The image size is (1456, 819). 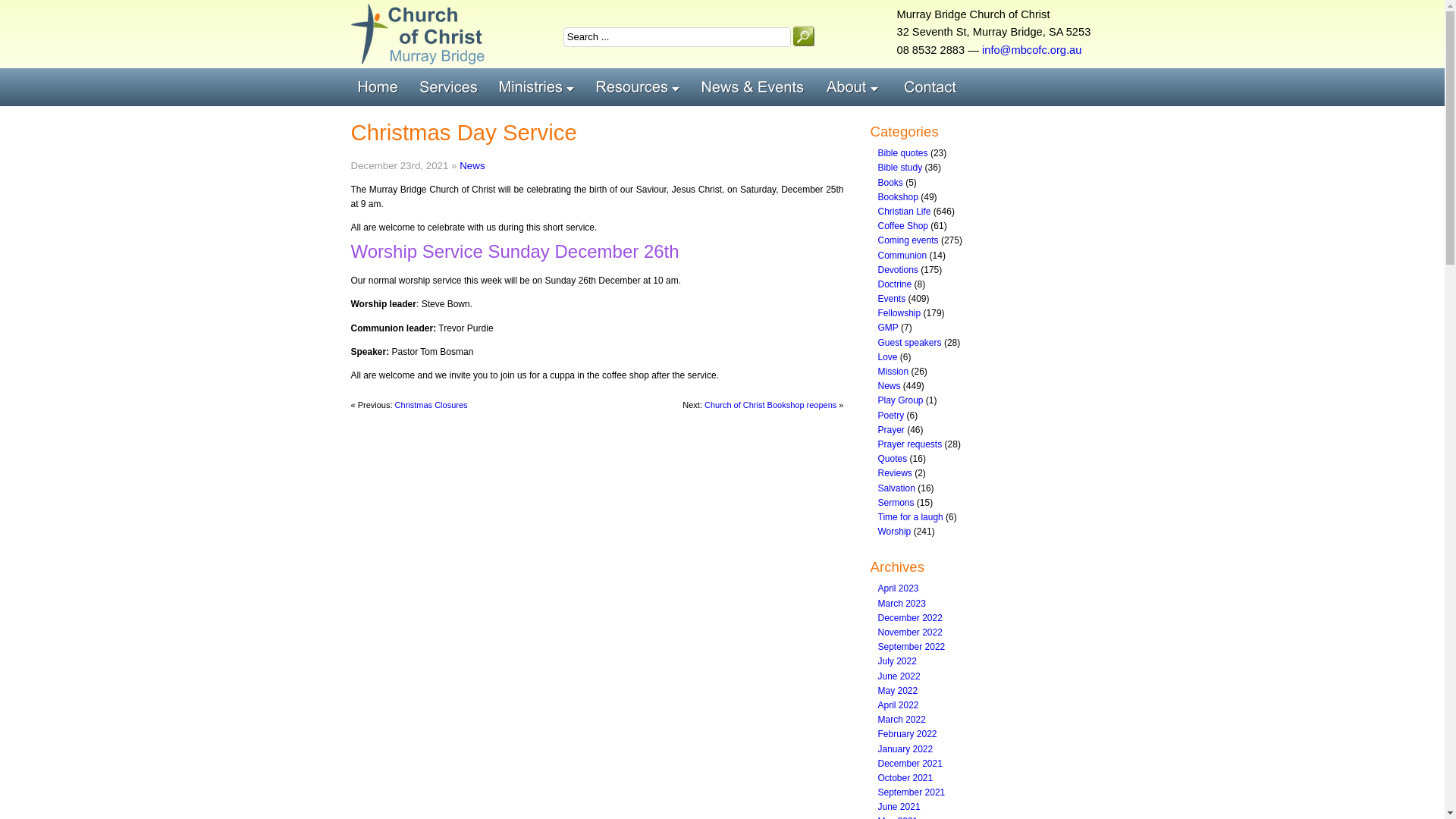 I want to click on 'Services', so click(x=412, y=87).